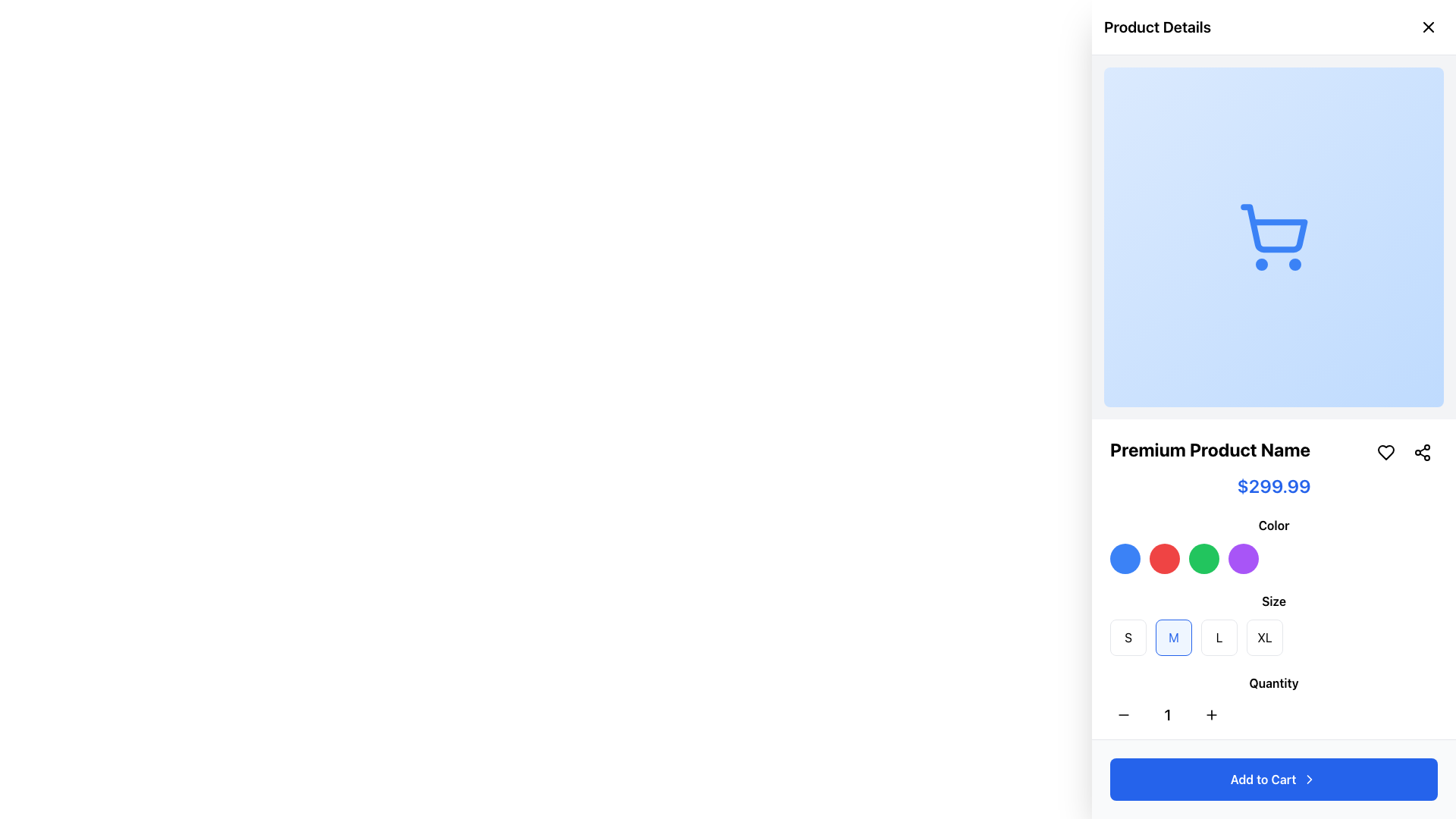 This screenshot has width=1456, height=819. I want to click on the circular button on the left side of the 'Quantity' section to decrease the quantity of the selected product in the cart, so click(1124, 714).